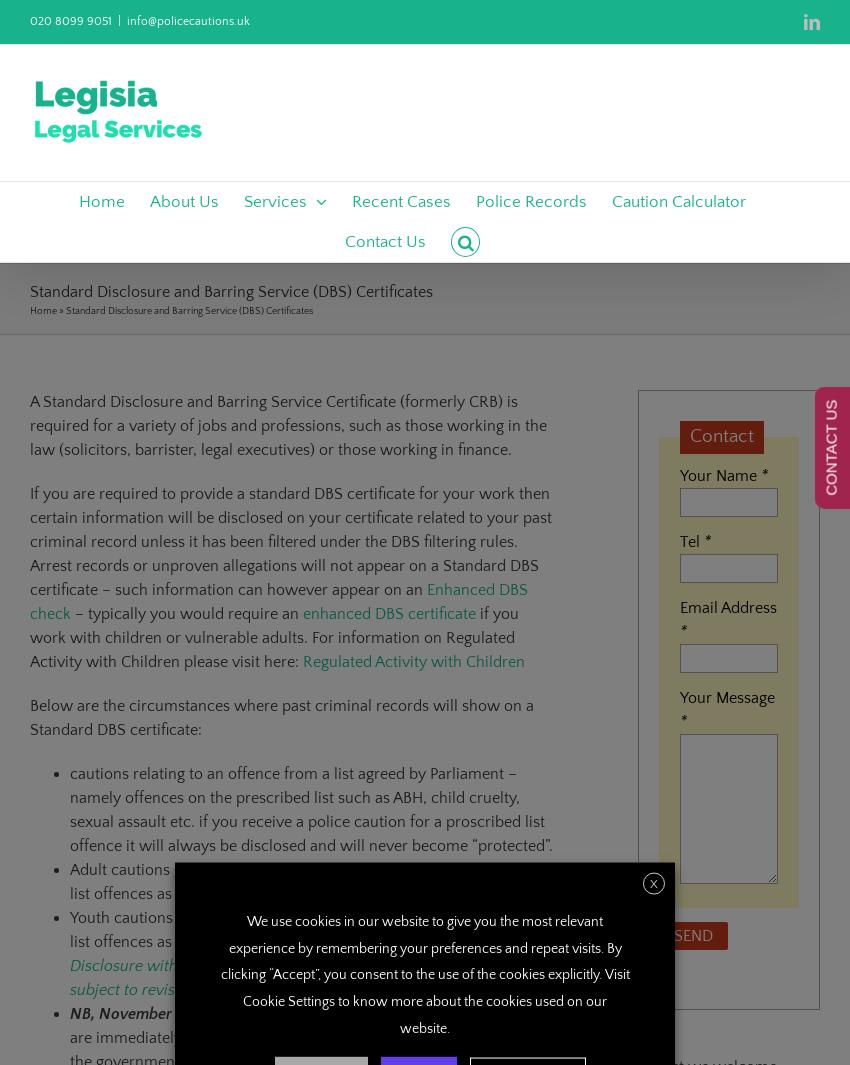 Image resolution: width=850 pixels, height=1065 pixels. Describe the element at coordinates (339, 514) in the screenshot. I see `'Removing a Restraining Order'` at that location.